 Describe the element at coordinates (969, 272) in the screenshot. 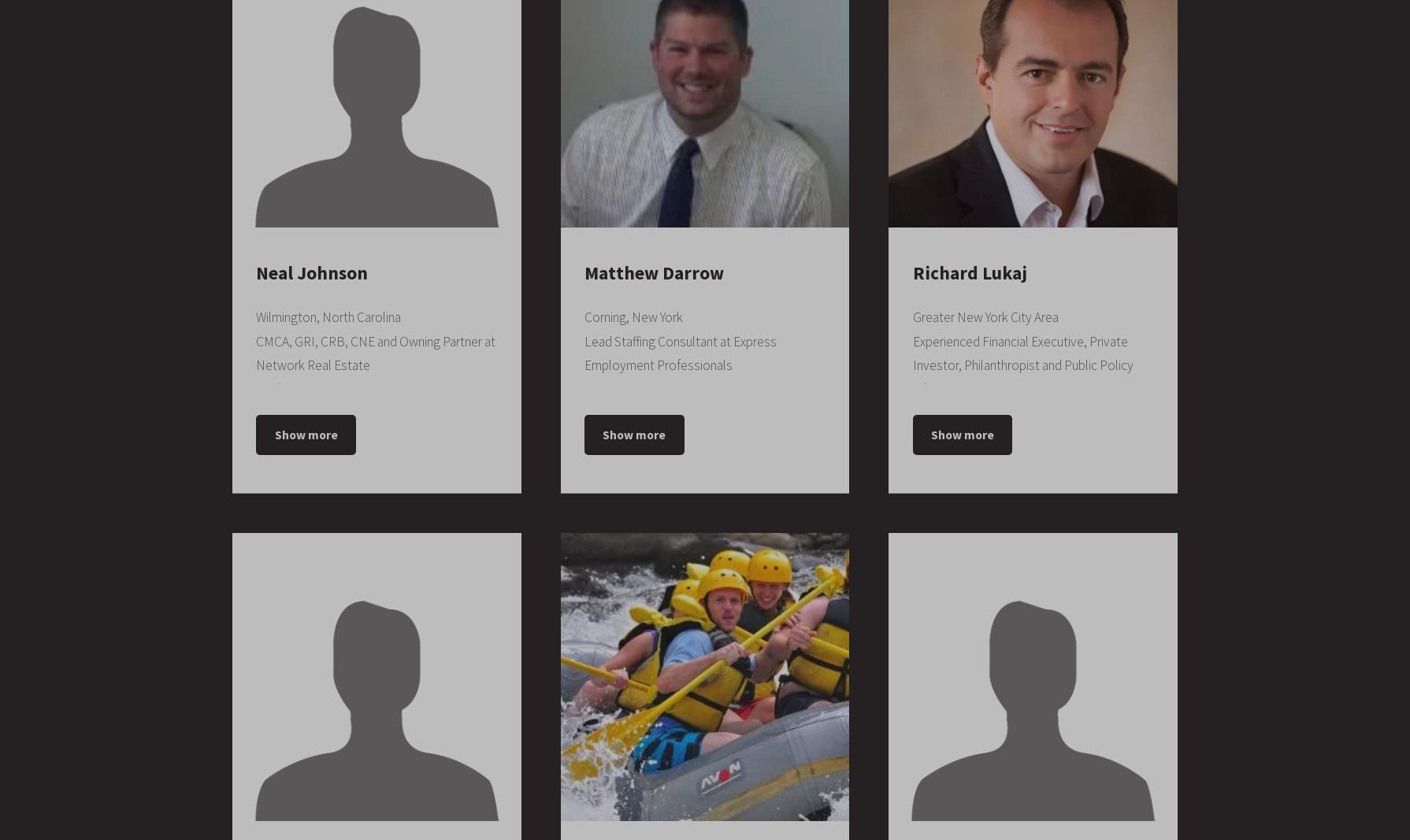

I see `'Richard Lukaj'` at that location.